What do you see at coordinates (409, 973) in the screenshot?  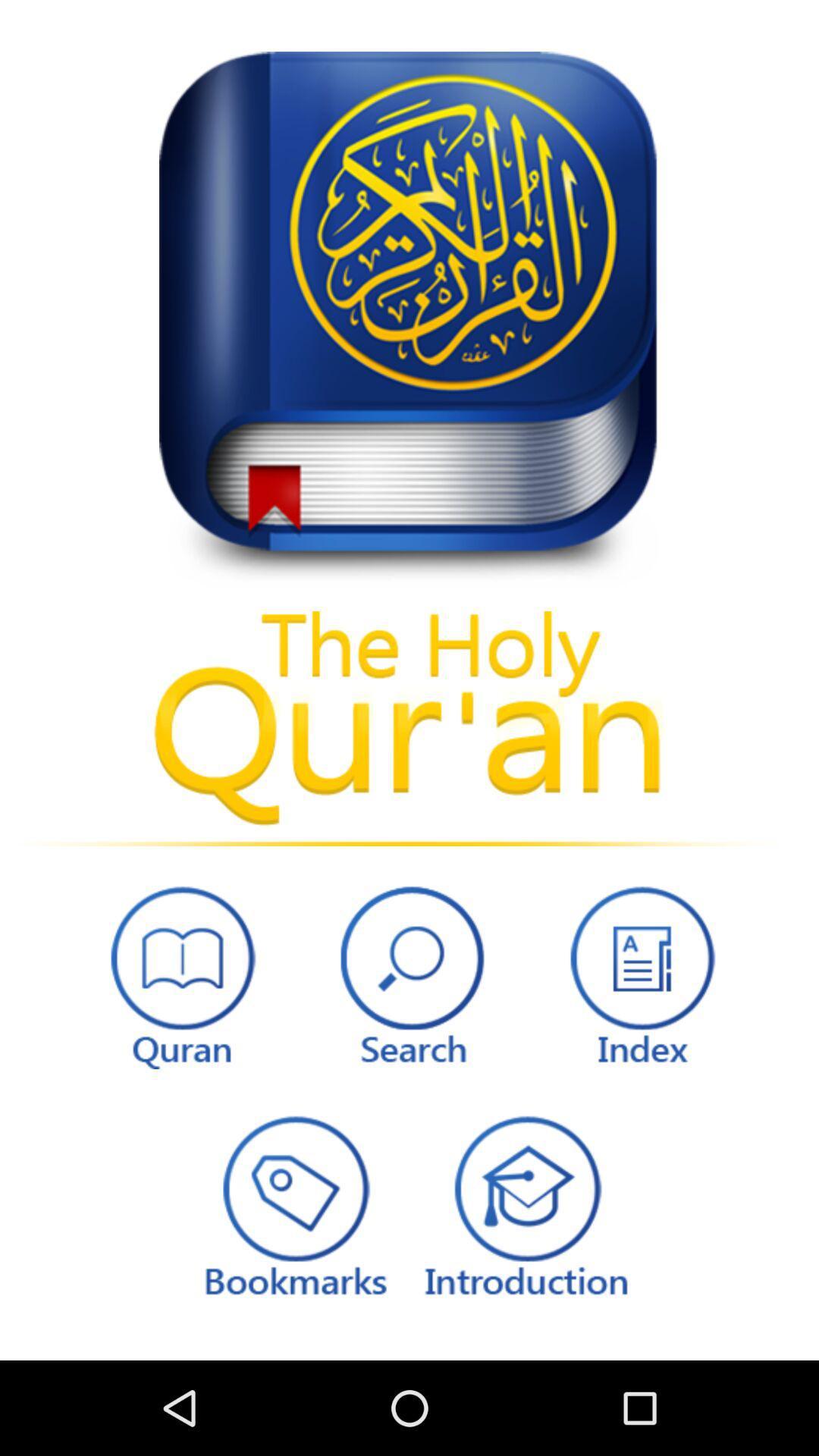 I see `search bar` at bounding box center [409, 973].